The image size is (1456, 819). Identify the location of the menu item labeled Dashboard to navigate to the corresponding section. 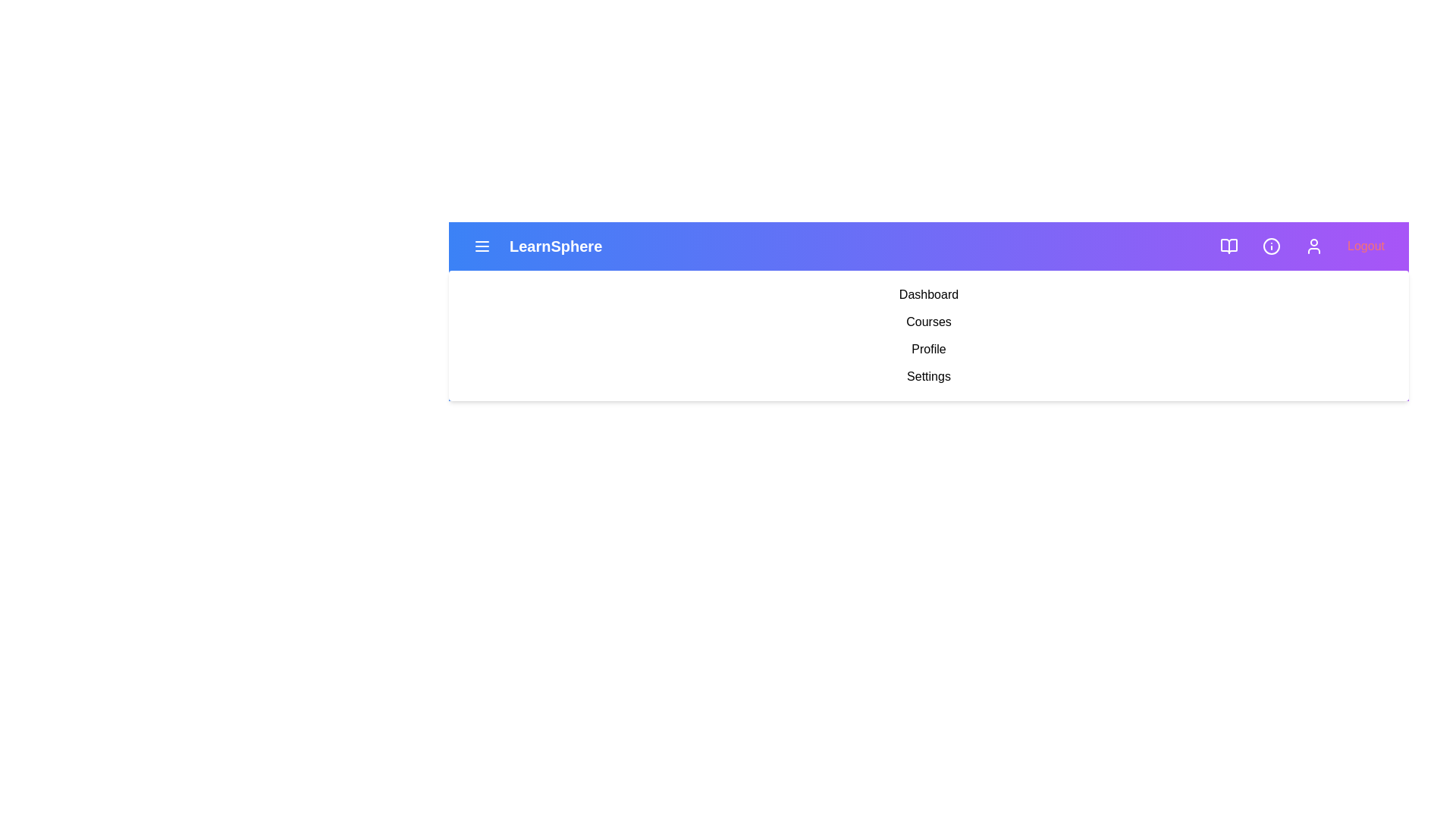
(927, 295).